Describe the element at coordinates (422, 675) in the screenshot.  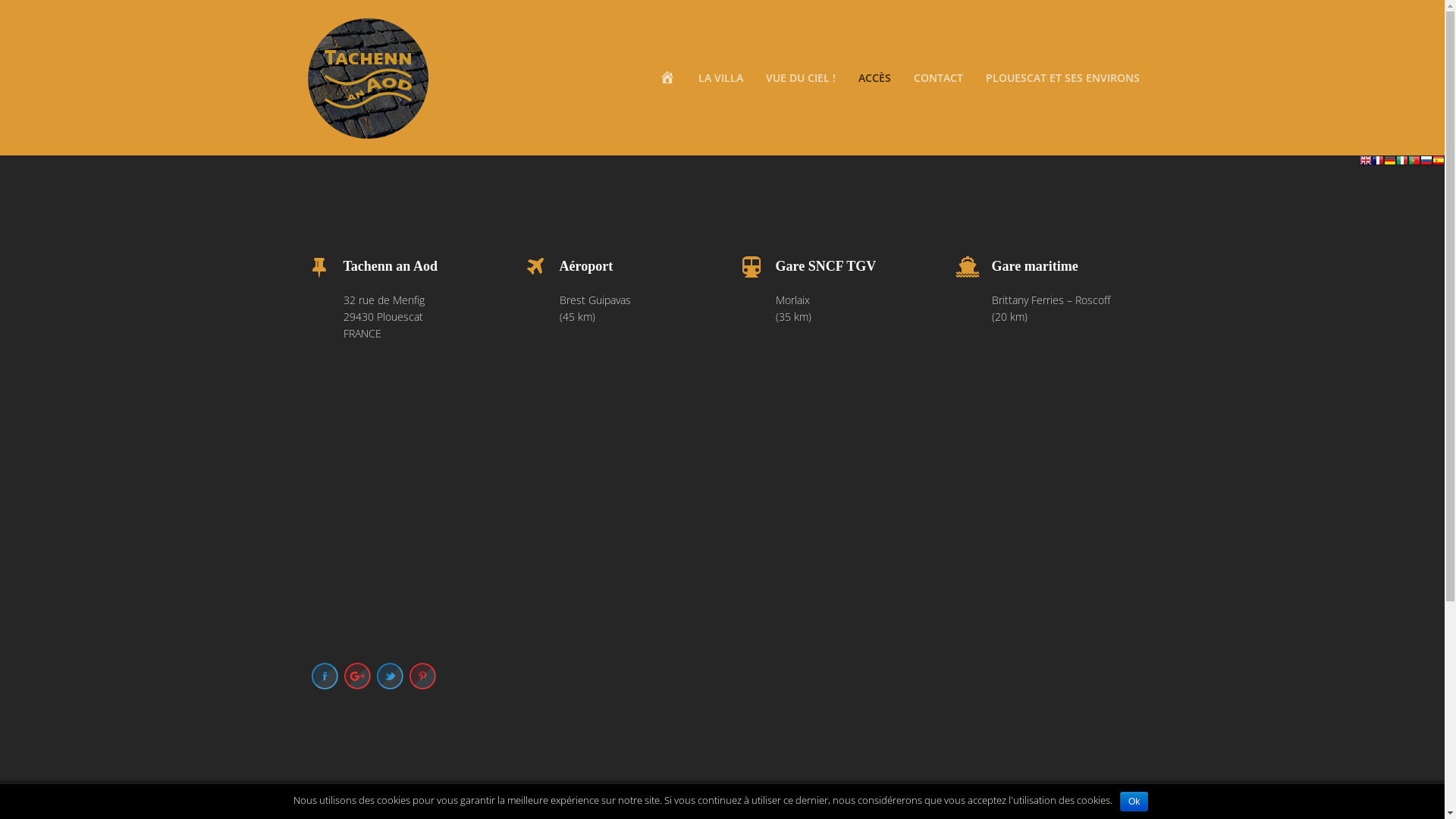
I see `'Pinterest'` at that location.